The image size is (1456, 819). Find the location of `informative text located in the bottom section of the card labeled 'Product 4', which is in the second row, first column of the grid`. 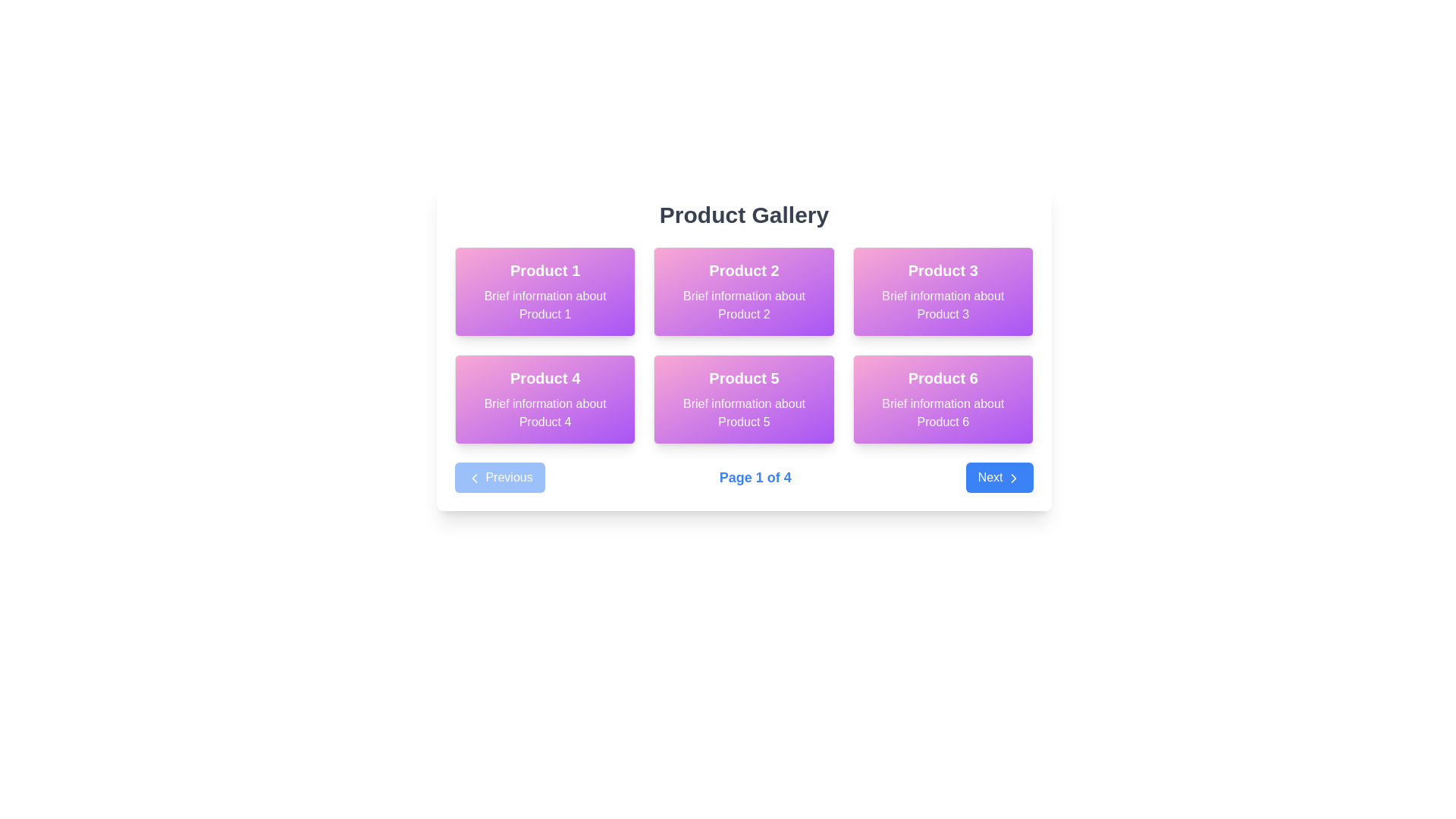

informative text located in the bottom section of the card labeled 'Product 4', which is in the second row, first column of the grid is located at coordinates (545, 413).